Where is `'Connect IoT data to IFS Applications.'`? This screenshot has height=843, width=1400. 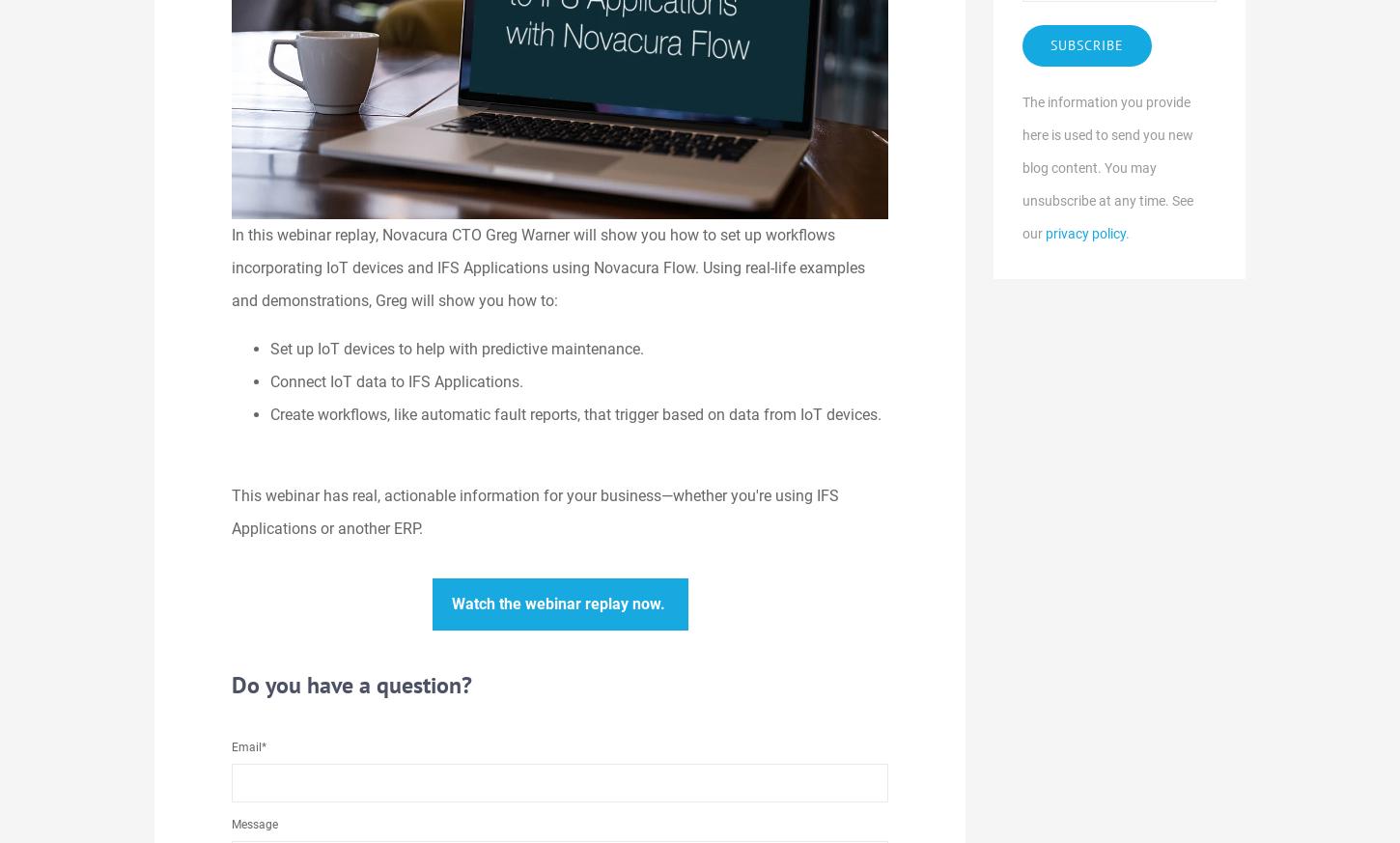 'Connect IoT data to IFS Applications.' is located at coordinates (395, 379).